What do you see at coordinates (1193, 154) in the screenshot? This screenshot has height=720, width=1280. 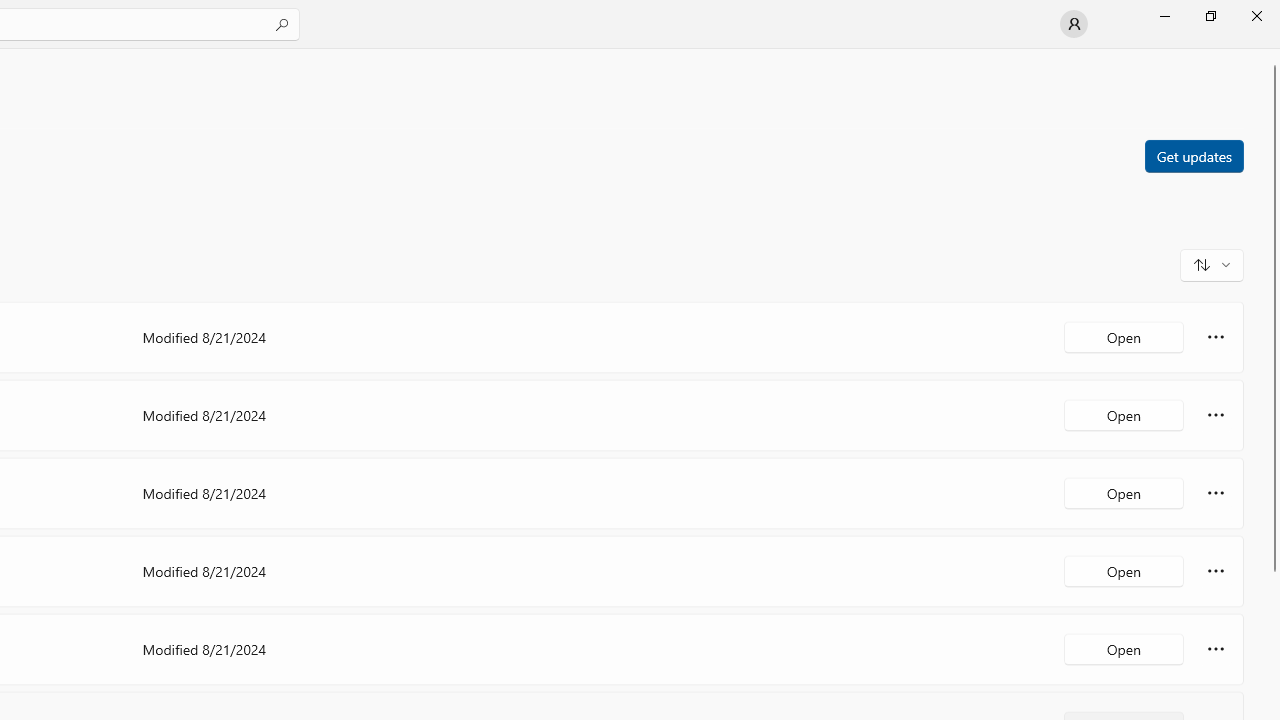 I see `'Get updates'` at bounding box center [1193, 154].